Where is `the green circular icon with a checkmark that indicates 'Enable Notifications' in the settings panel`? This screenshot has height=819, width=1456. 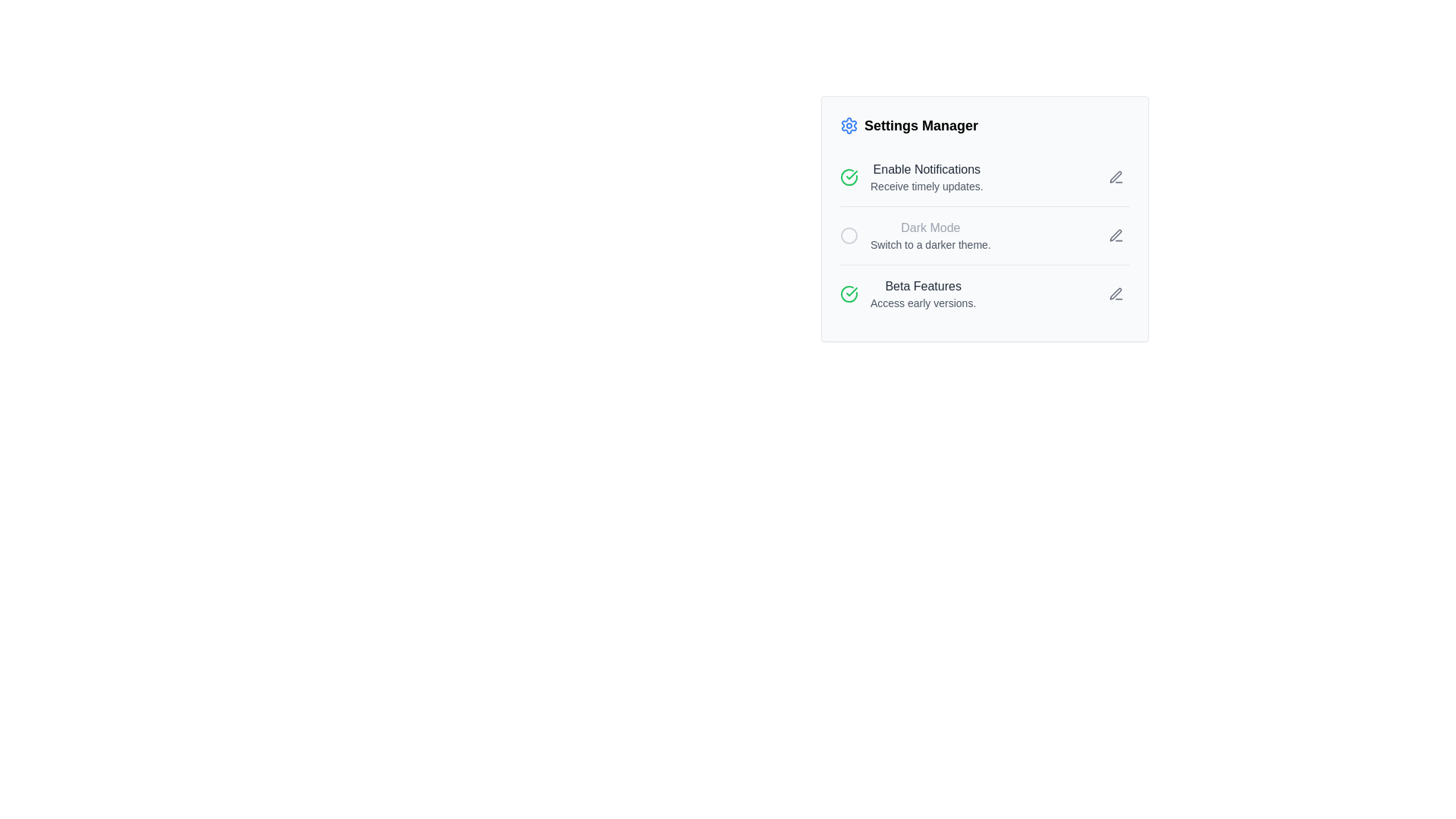 the green circular icon with a checkmark that indicates 'Enable Notifications' in the settings panel is located at coordinates (848, 294).